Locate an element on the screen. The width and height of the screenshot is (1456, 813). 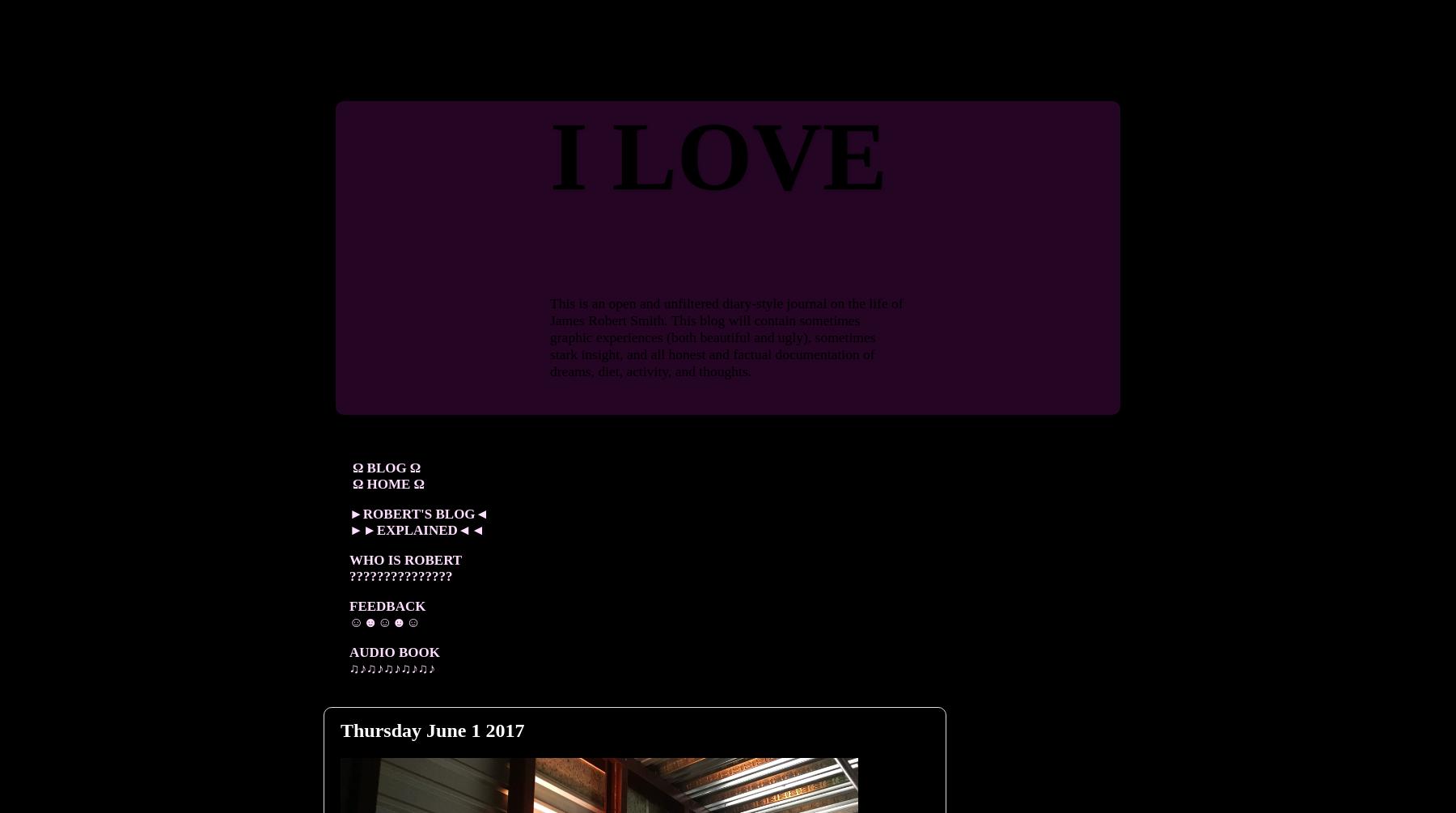
'FEEDBACK' is located at coordinates (386, 605).